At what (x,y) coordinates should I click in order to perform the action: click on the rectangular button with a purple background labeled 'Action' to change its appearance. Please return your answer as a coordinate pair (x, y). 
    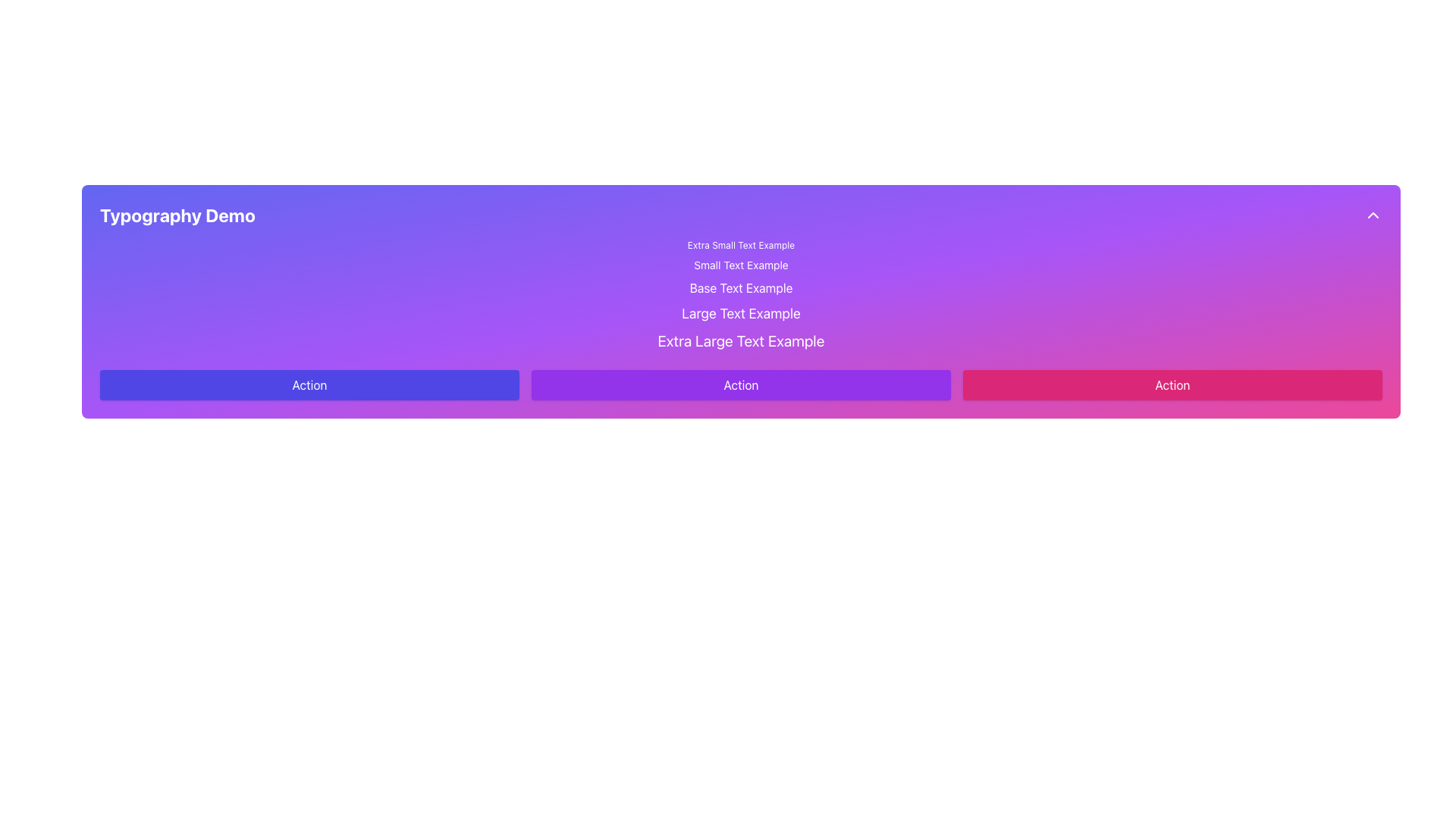
    Looking at the image, I should click on (741, 384).